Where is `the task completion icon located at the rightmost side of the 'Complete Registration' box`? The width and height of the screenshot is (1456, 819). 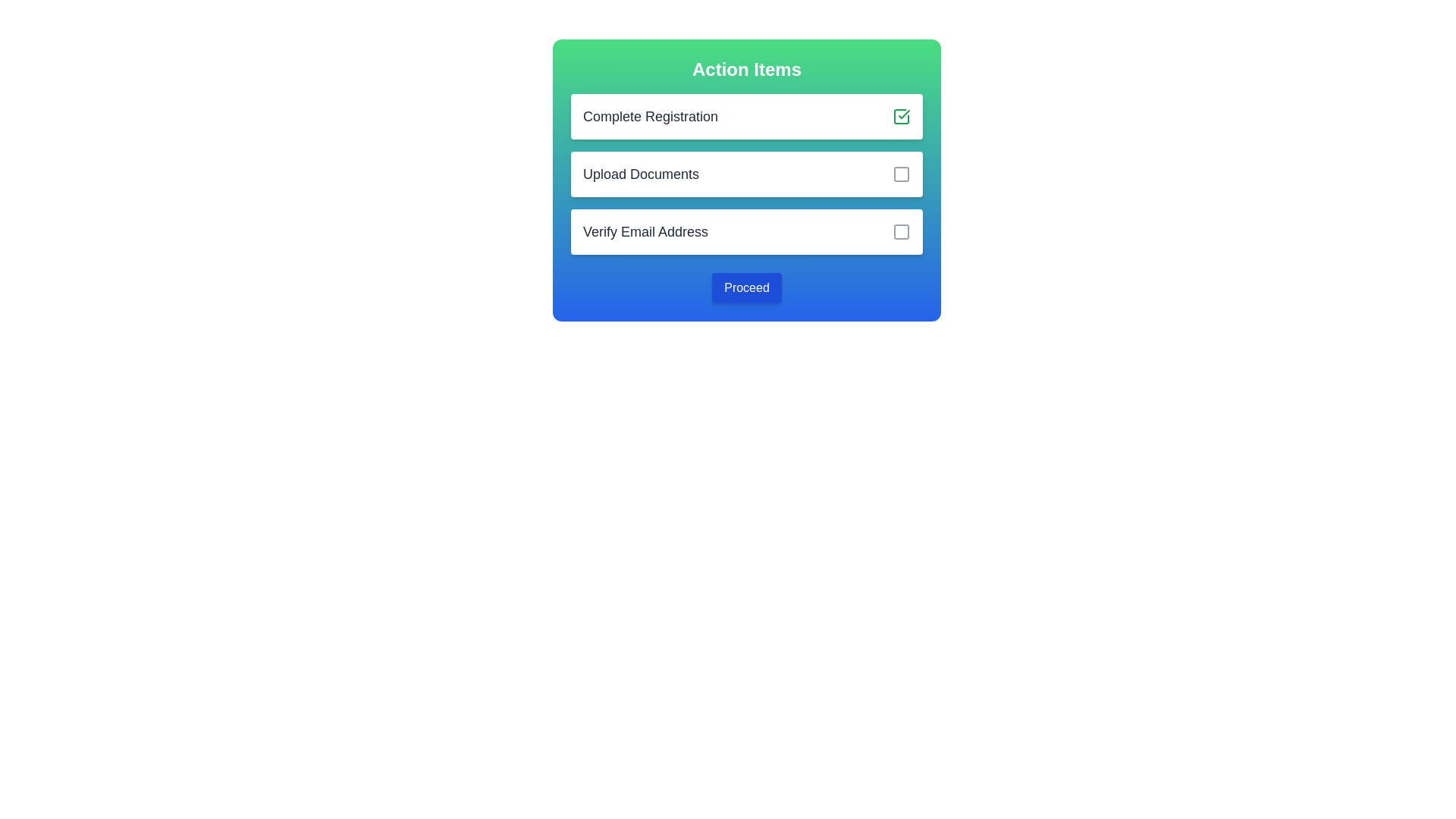
the task completion icon located at the rightmost side of the 'Complete Registration' box is located at coordinates (904, 113).